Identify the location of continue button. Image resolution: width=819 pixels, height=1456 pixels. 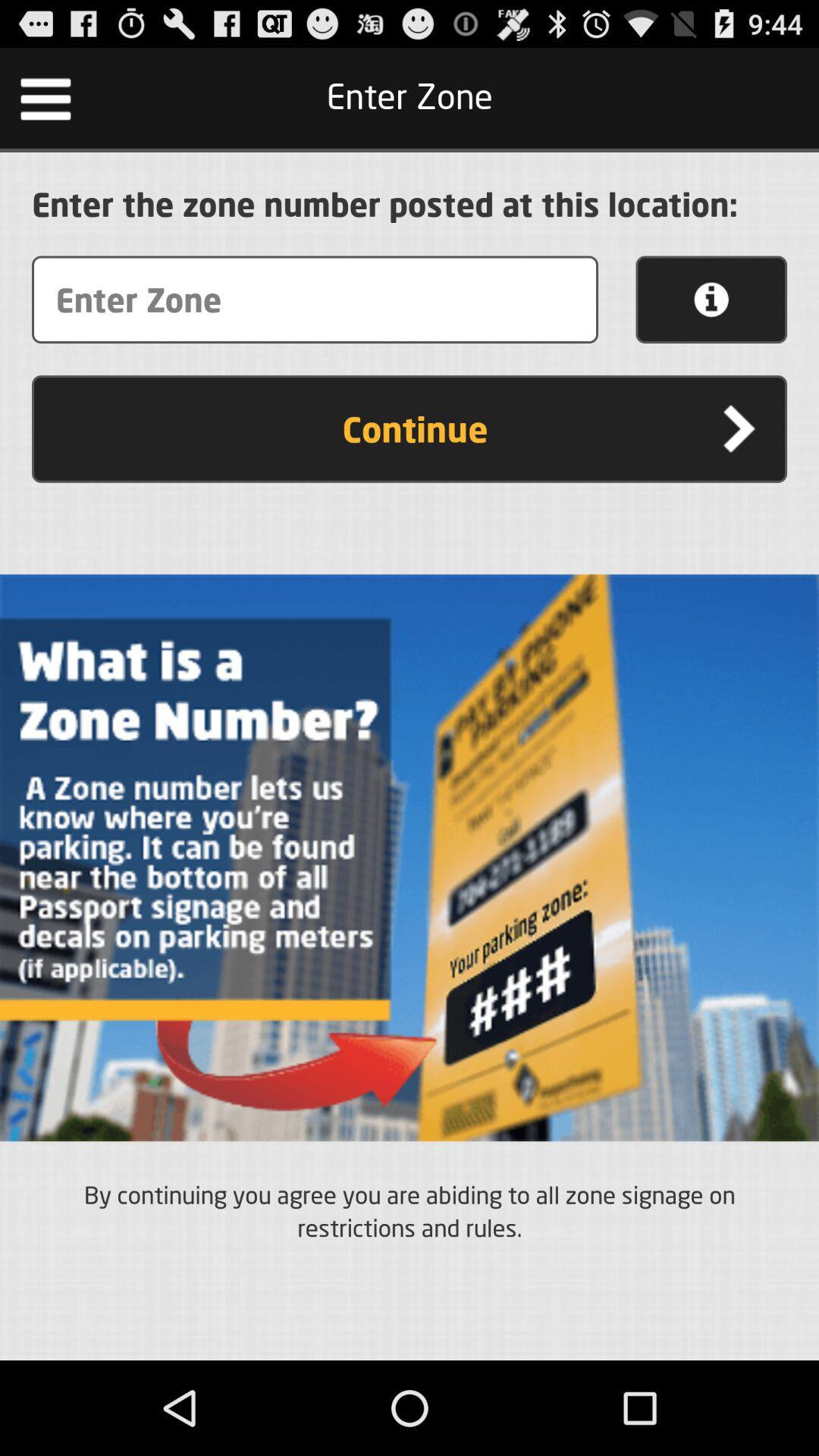
(409, 428).